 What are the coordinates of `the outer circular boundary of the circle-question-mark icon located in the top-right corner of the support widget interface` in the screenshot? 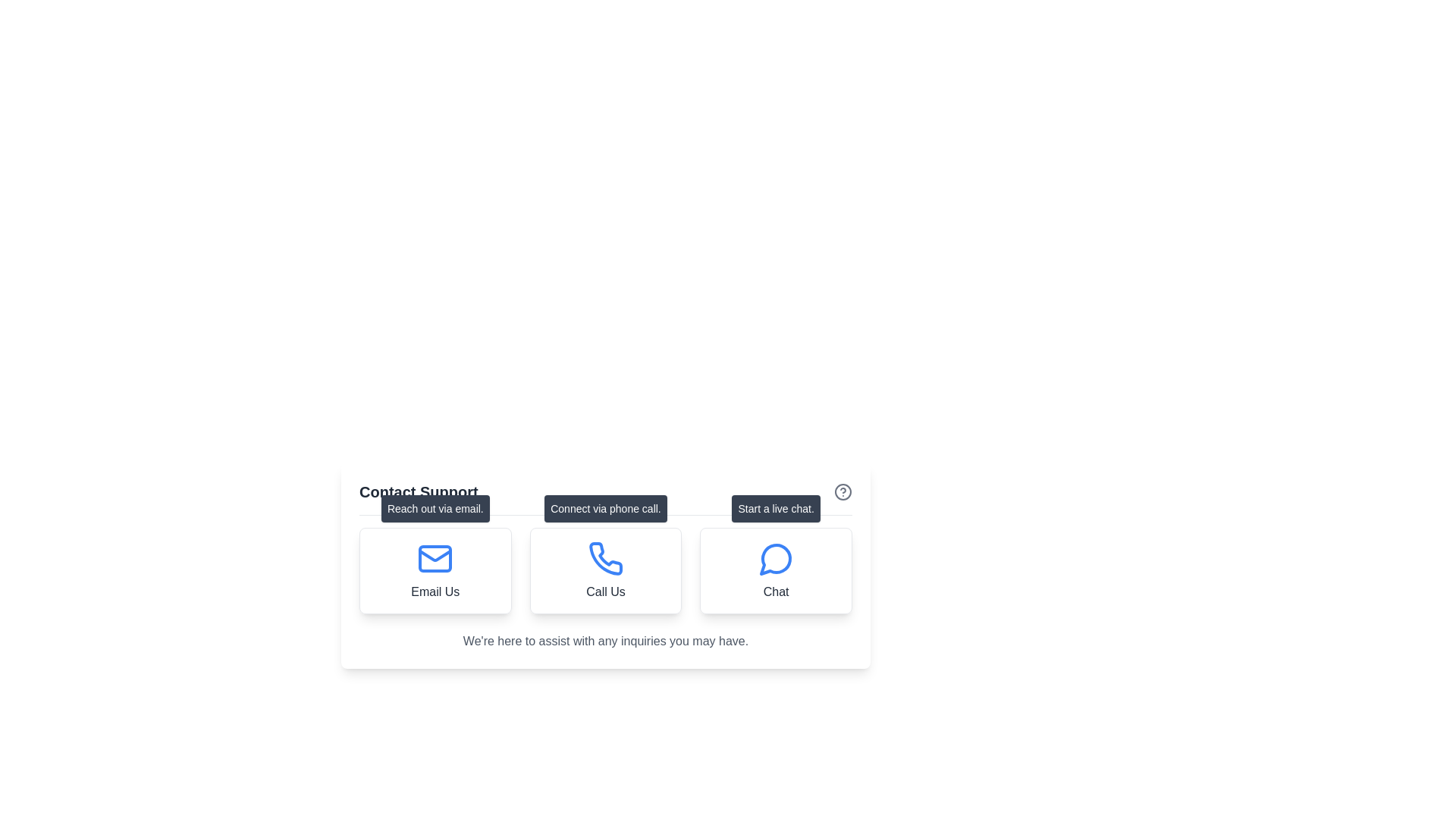 It's located at (843, 491).